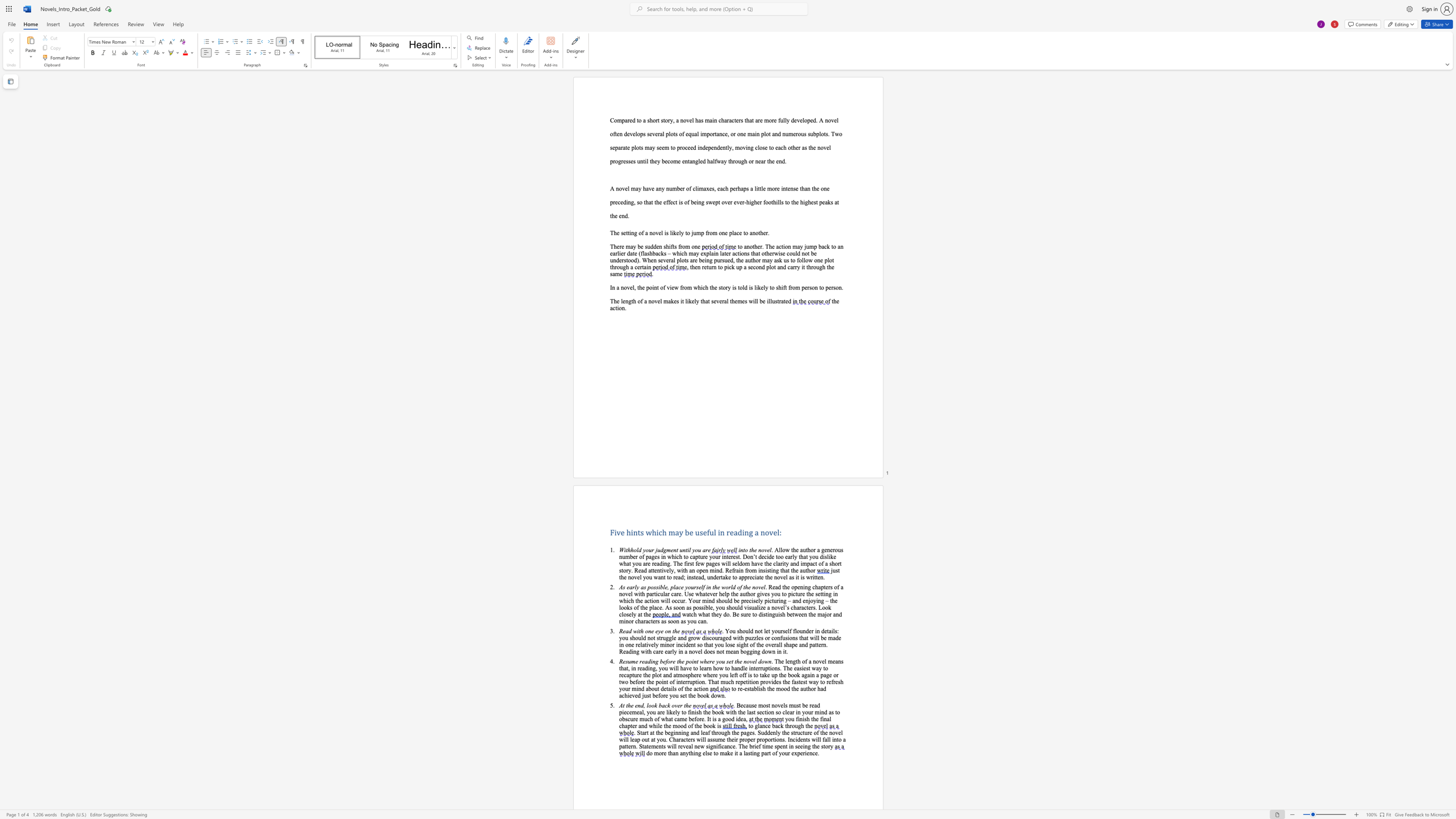  What do you see at coordinates (632, 563) in the screenshot?
I see `the subset text "you are reading. The first few pages will seldom have" within the text "decide too early that you dislike what you are reading. The first few pages will seldom have the clarity and impact of a short story. Read attentively, with an open mind. Refrain from insisting that the author"` at bounding box center [632, 563].